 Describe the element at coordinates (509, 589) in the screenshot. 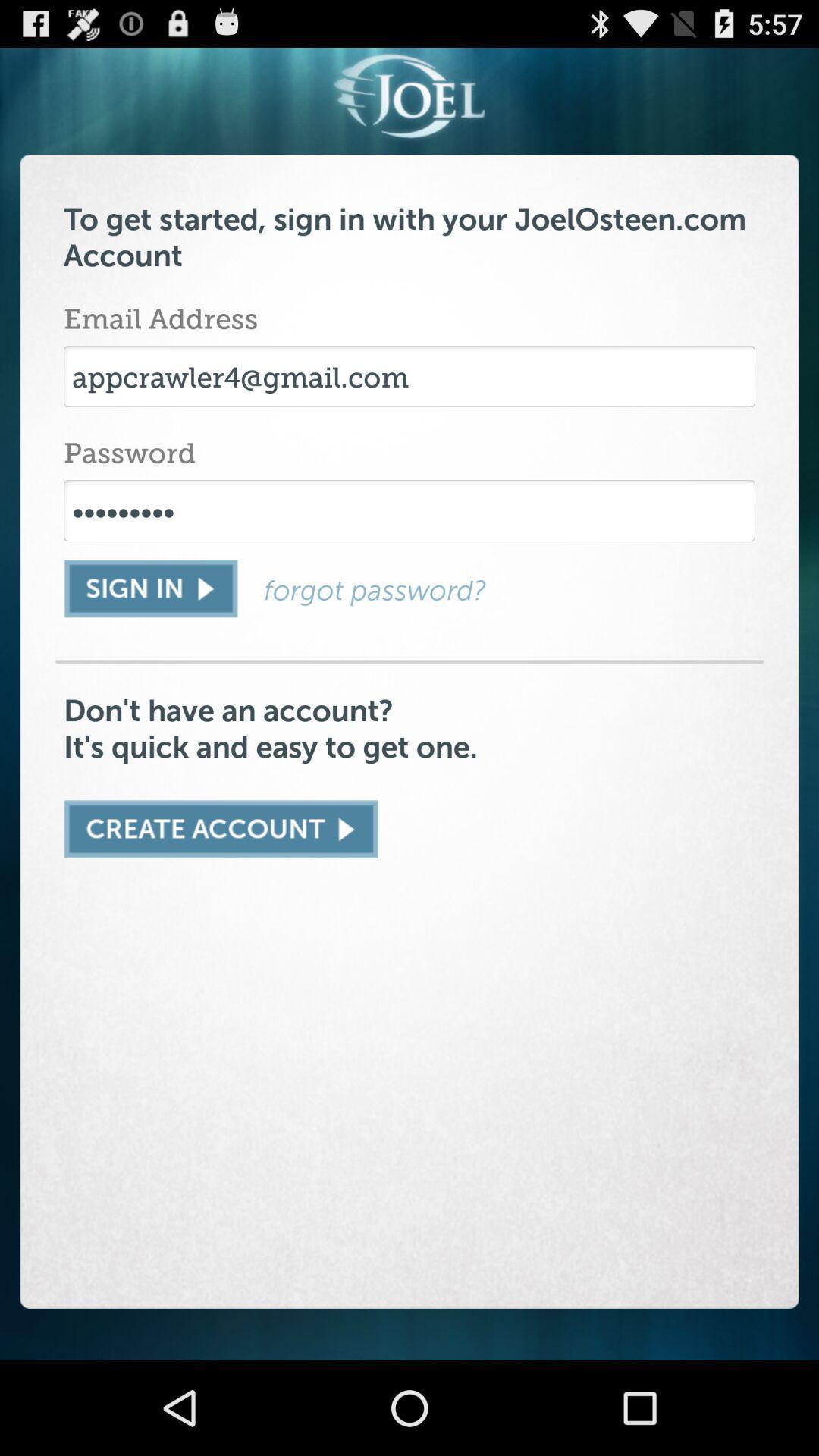

I see `forgot password?` at that location.